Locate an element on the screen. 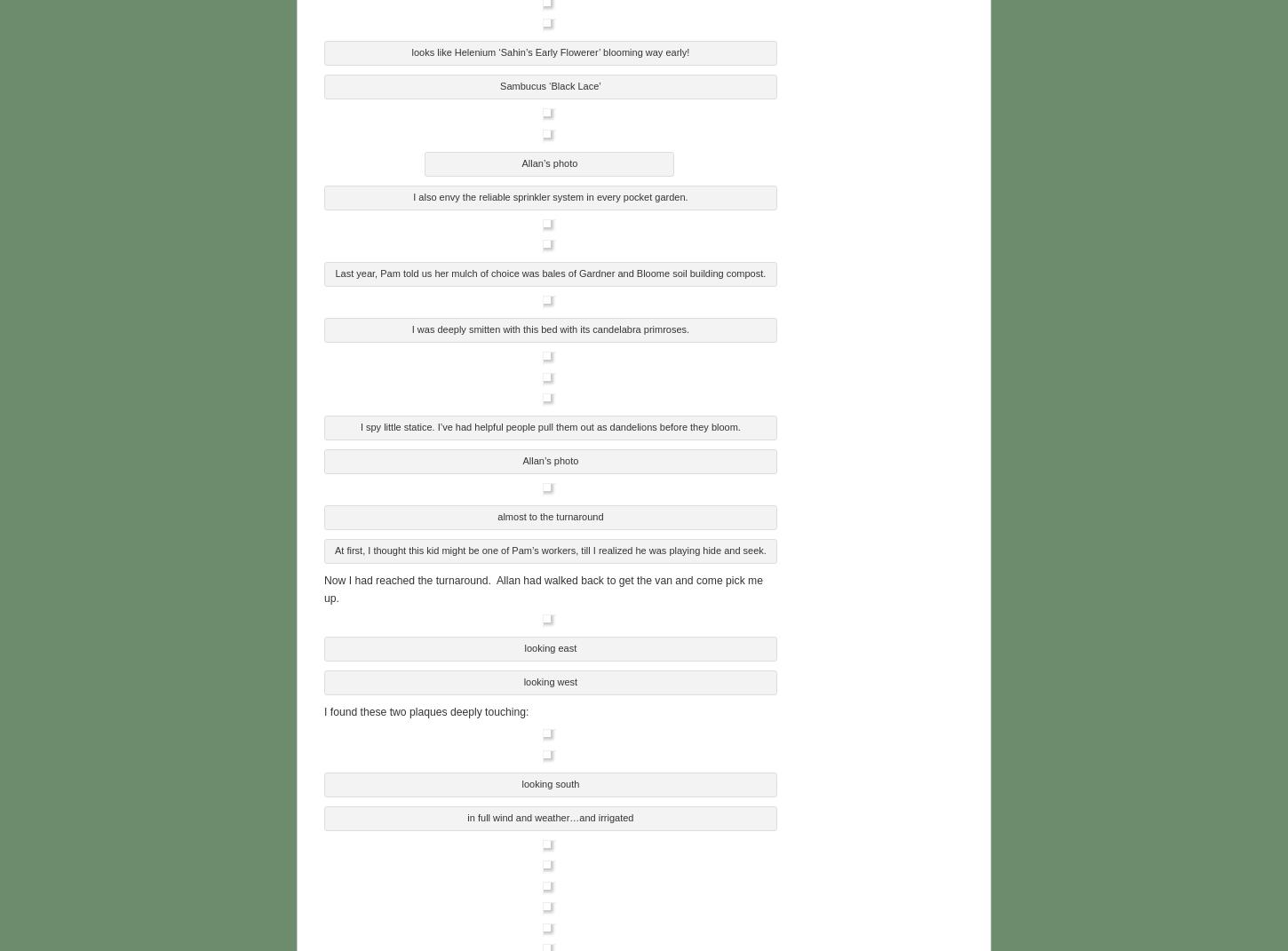  'I was deeply smitten with this bed with its candelabra primroses.' is located at coordinates (549, 326).